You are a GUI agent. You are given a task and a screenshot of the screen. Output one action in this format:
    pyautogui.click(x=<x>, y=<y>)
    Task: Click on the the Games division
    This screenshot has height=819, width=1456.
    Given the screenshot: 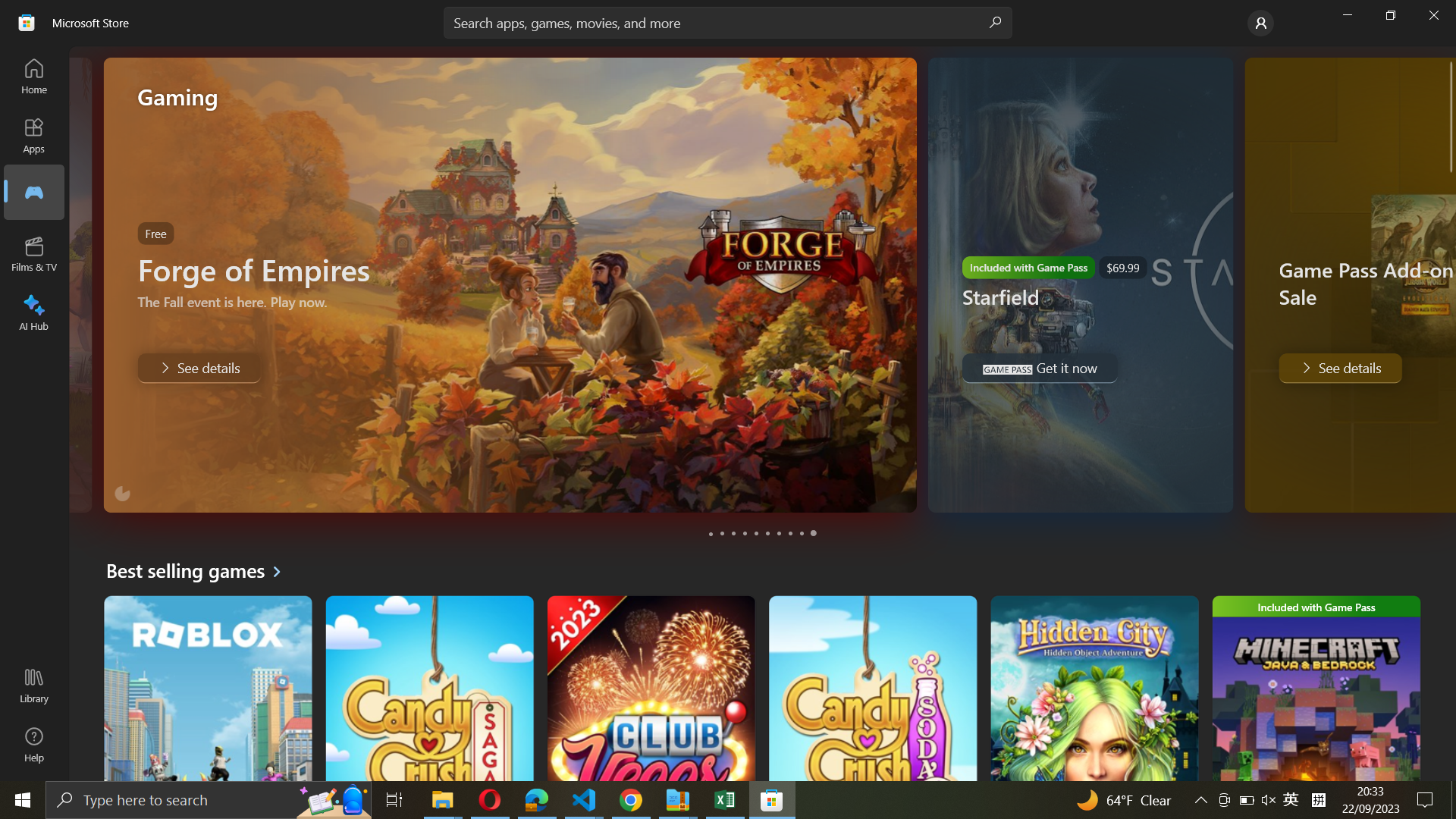 What is the action you would take?
    pyautogui.click(x=33, y=191)
    